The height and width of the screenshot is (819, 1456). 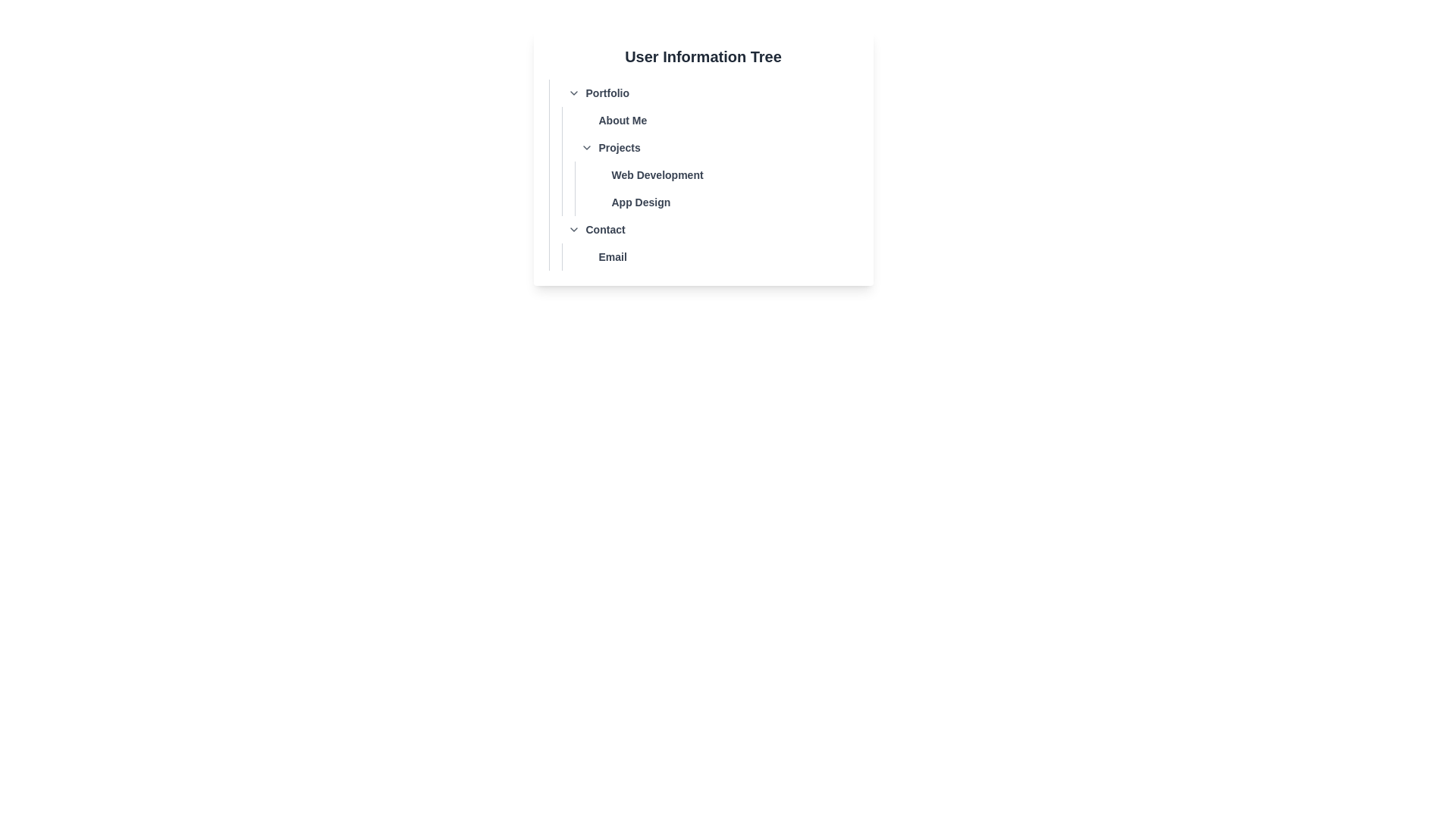 What do you see at coordinates (604, 230) in the screenshot?
I see `the interactive label for the 'Contact' section located in the center-right area of the application` at bounding box center [604, 230].